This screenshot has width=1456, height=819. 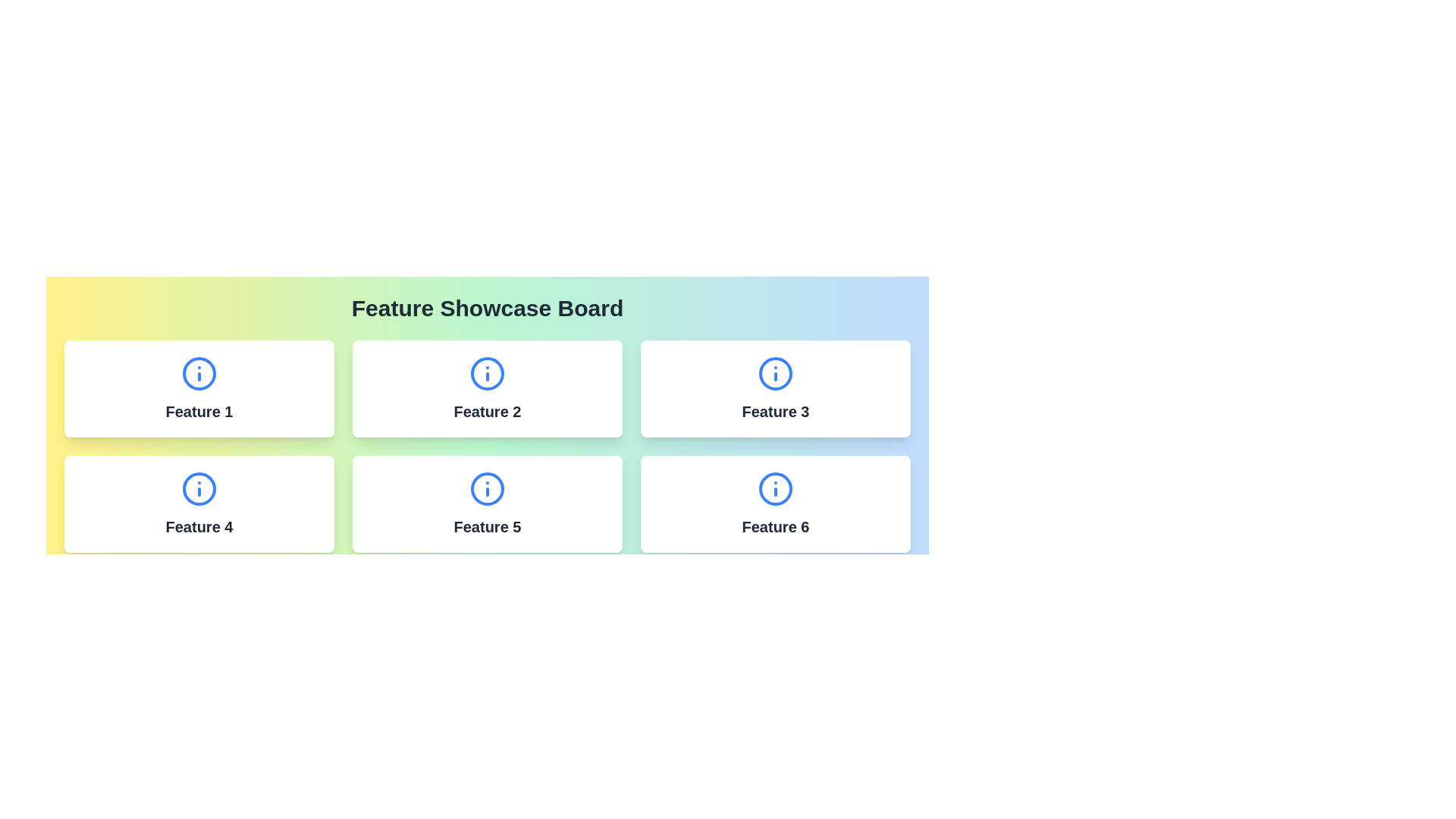 What do you see at coordinates (775, 504) in the screenshot?
I see `the Interactive card labeled 'Feature 6' located at the bottom-right corner of the grid layout` at bounding box center [775, 504].